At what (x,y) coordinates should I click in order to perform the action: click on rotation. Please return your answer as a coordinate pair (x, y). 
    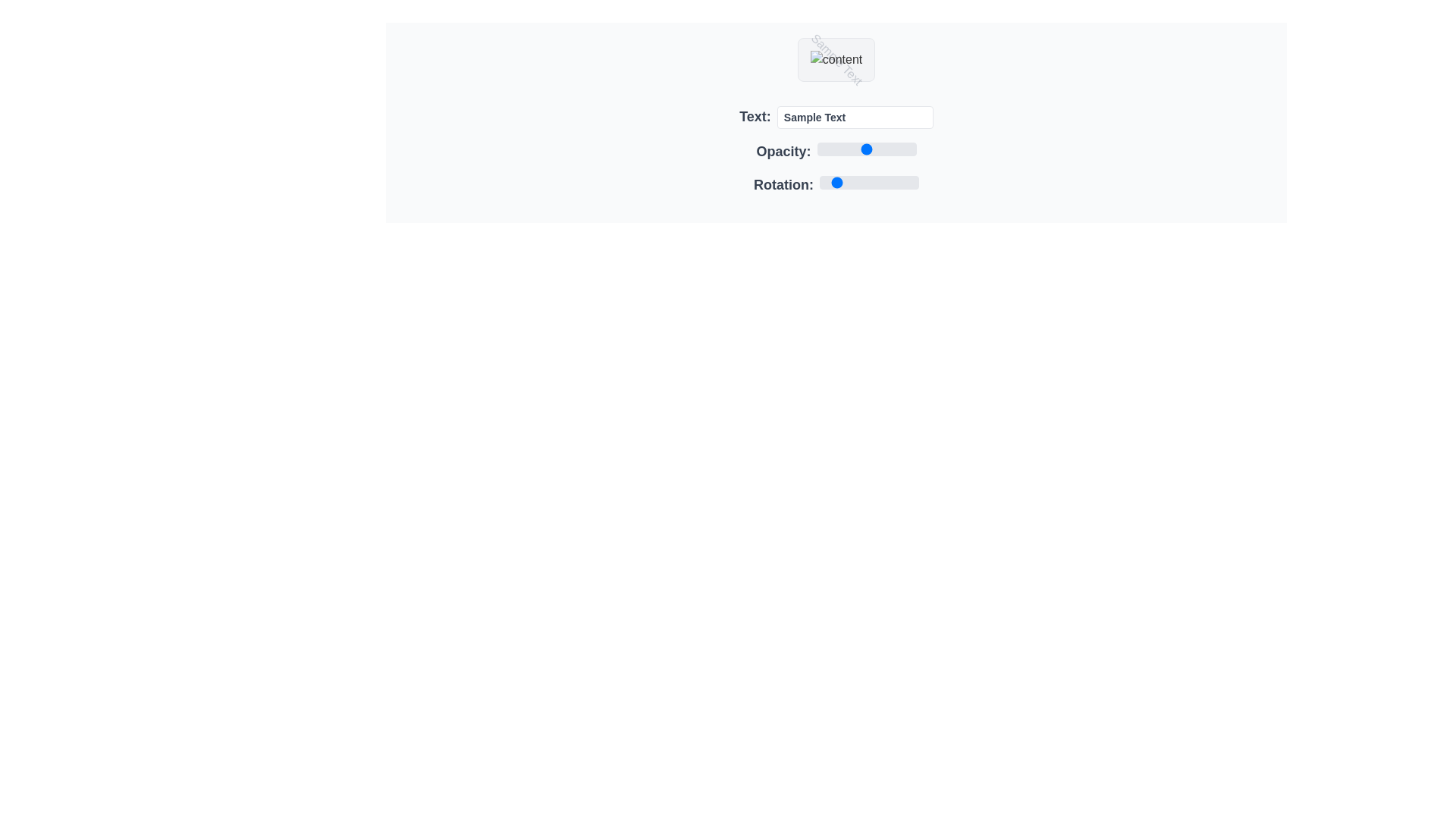
    Looking at the image, I should click on (841, 181).